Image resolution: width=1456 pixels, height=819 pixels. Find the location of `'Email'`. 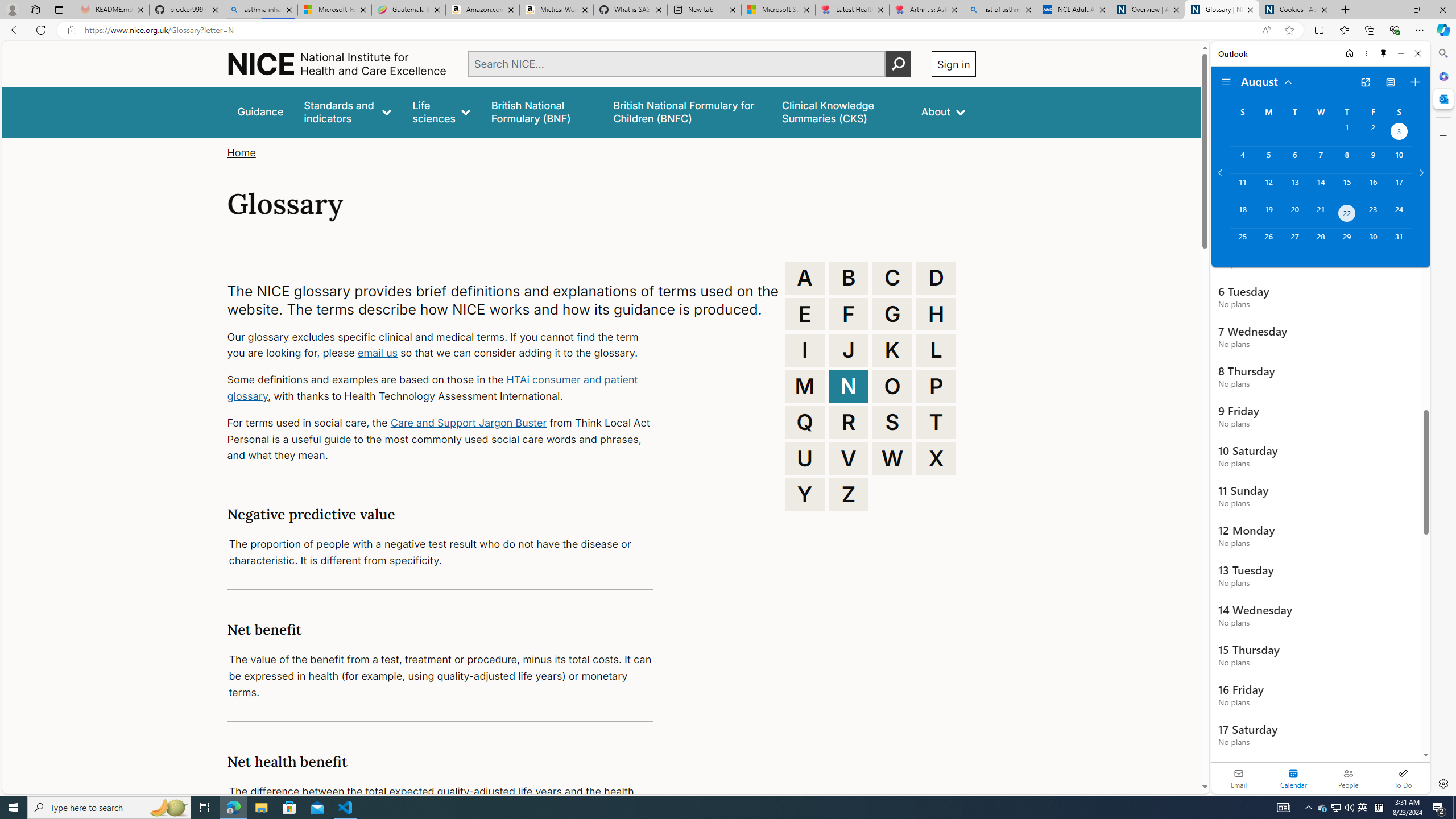

'Email' is located at coordinates (1238, 777).